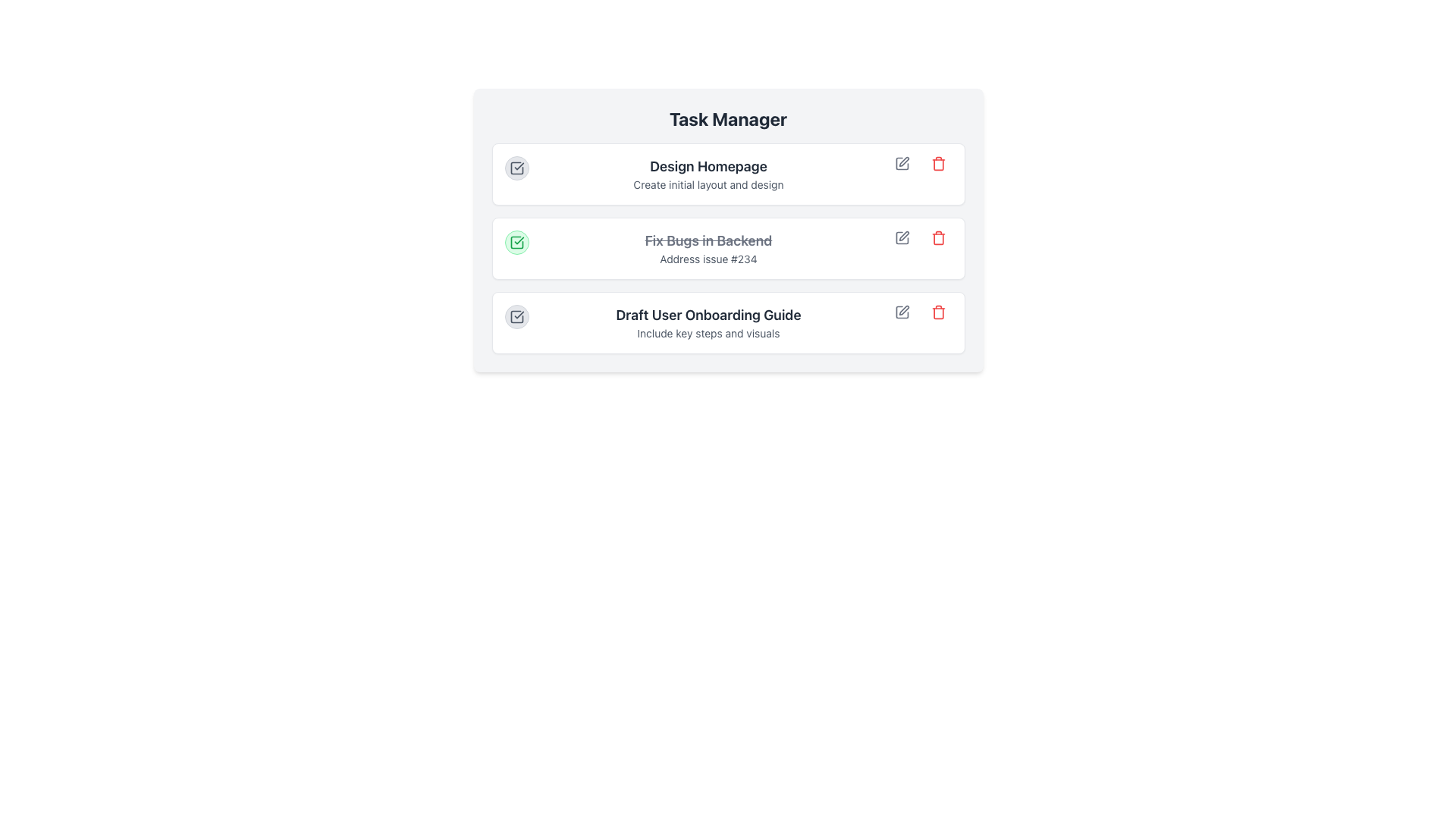 The width and height of the screenshot is (1456, 819). I want to click on the circular button with a light gray background and a checkmark icon, located to the far left of the 'Design Homepage' task title, so click(516, 168).